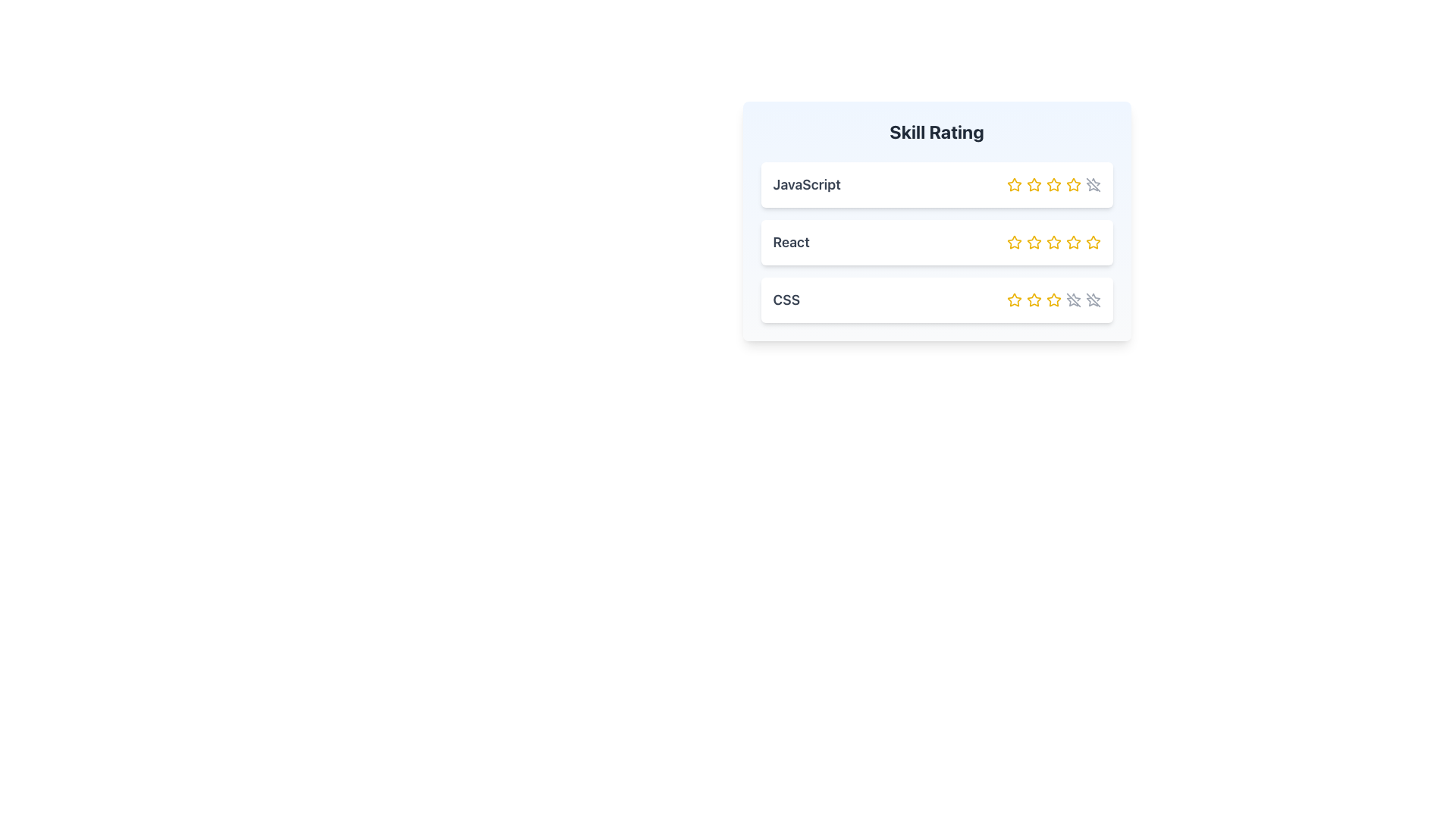 This screenshot has height=819, width=1456. Describe the element at coordinates (786, 300) in the screenshot. I see `the 'CSS' text label, which is styled in bold and large dark gray font and is left-aligned in the third row of the skill rating table` at that location.